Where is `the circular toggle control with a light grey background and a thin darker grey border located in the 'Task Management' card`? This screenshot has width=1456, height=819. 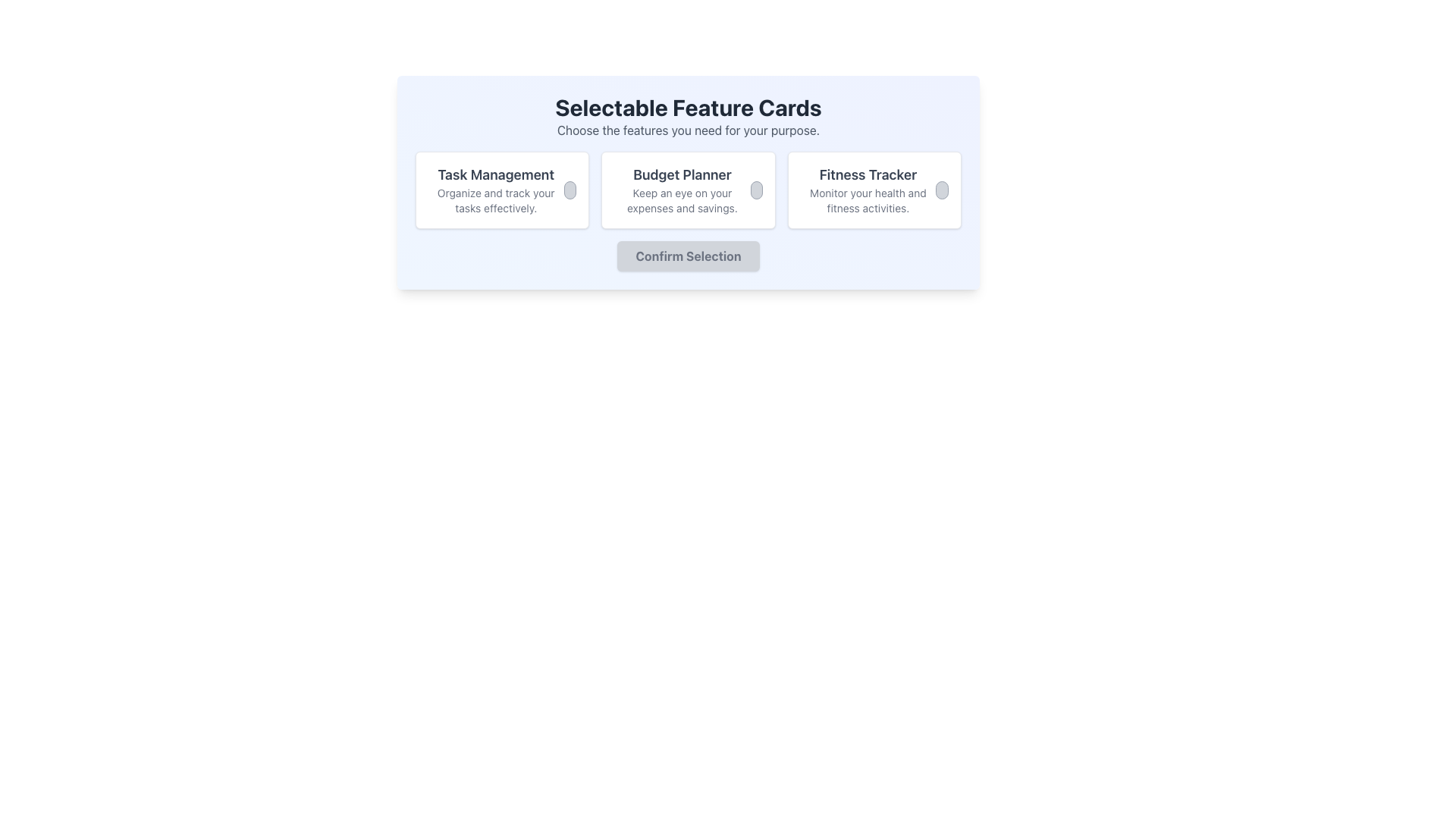 the circular toggle control with a light grey background and a thin darker grey border located in the 'Task Management' card is located at coordinates (569, 189).